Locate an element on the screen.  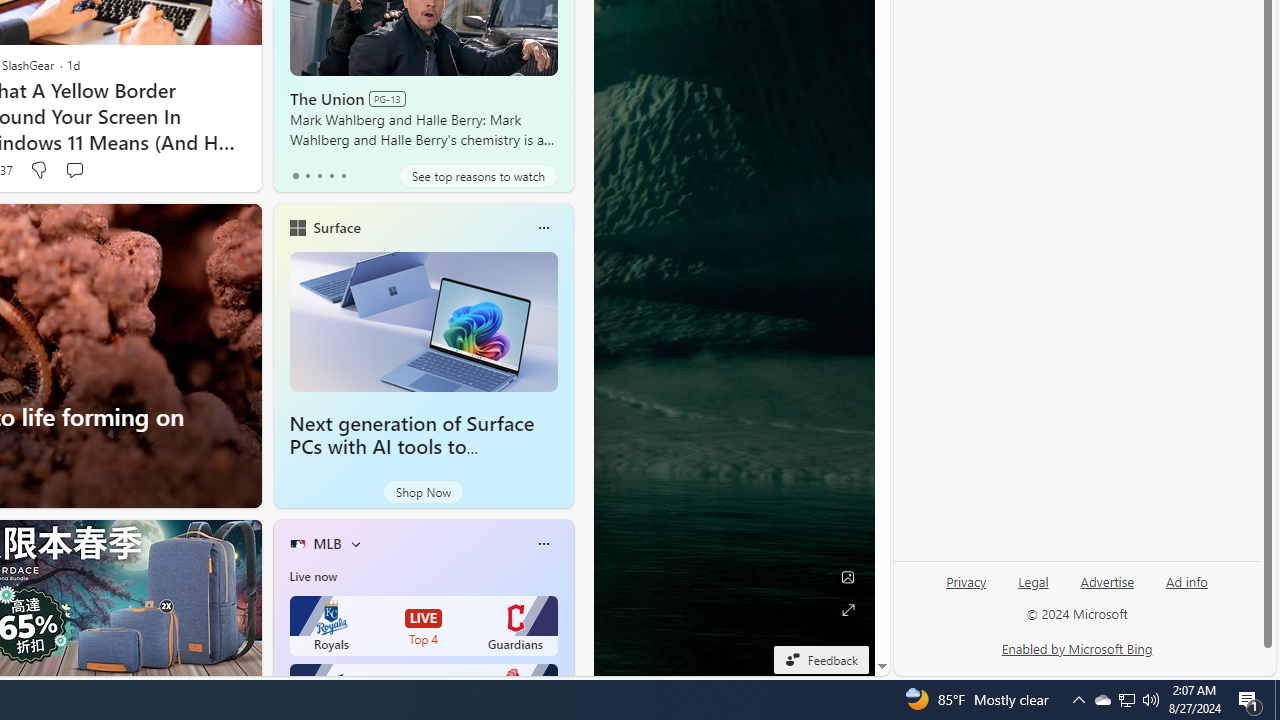
'tab-3' is located at coordinates (331, 175).